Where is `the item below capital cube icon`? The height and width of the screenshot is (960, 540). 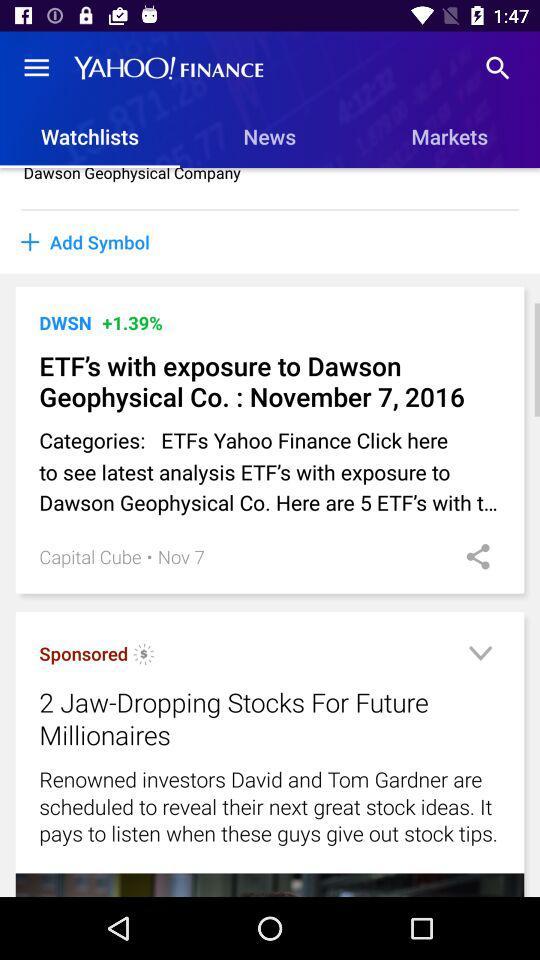
the item below capital cube icon is located at coordinates (82, 652).